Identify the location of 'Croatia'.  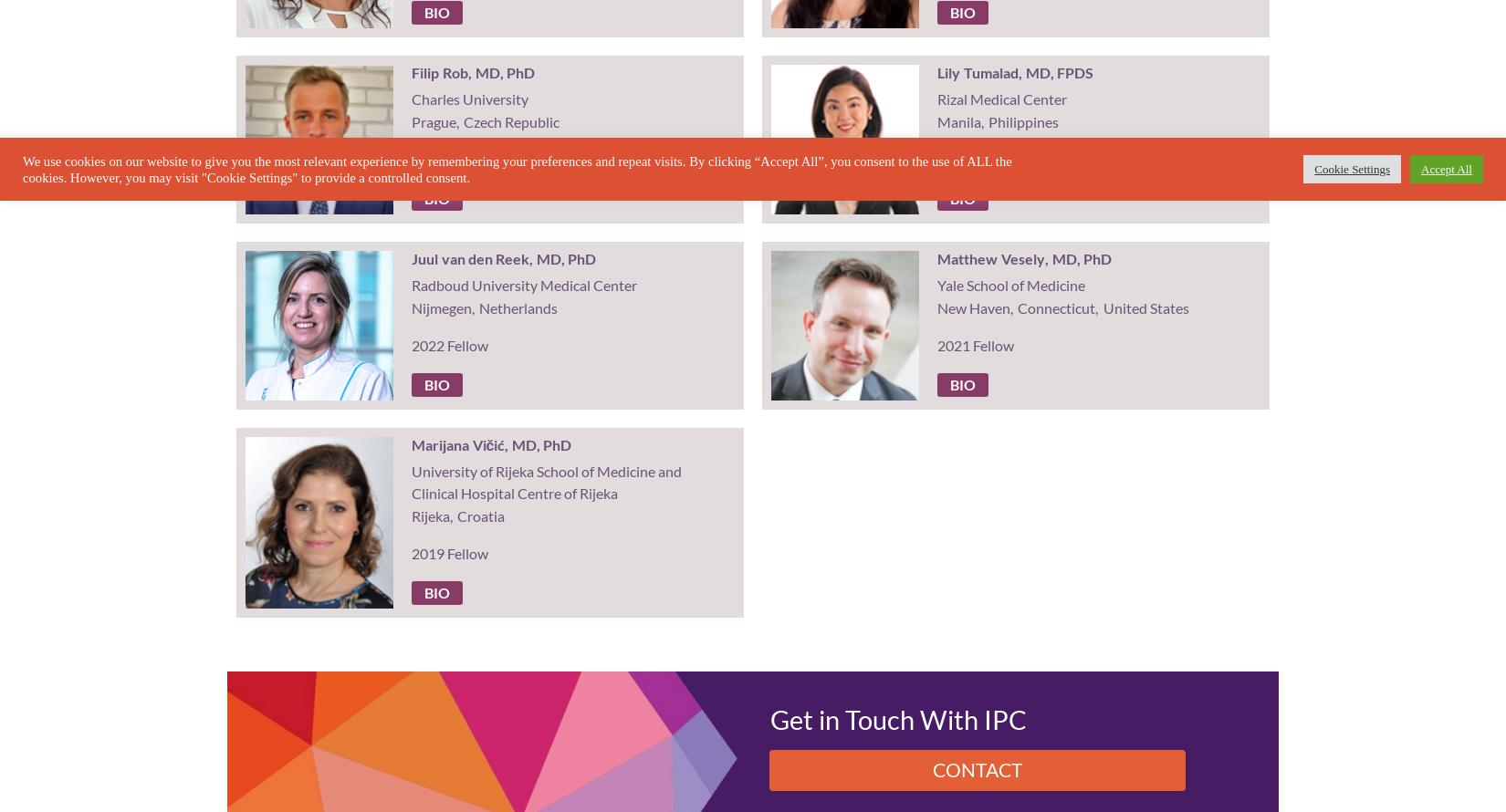
(455, 515).